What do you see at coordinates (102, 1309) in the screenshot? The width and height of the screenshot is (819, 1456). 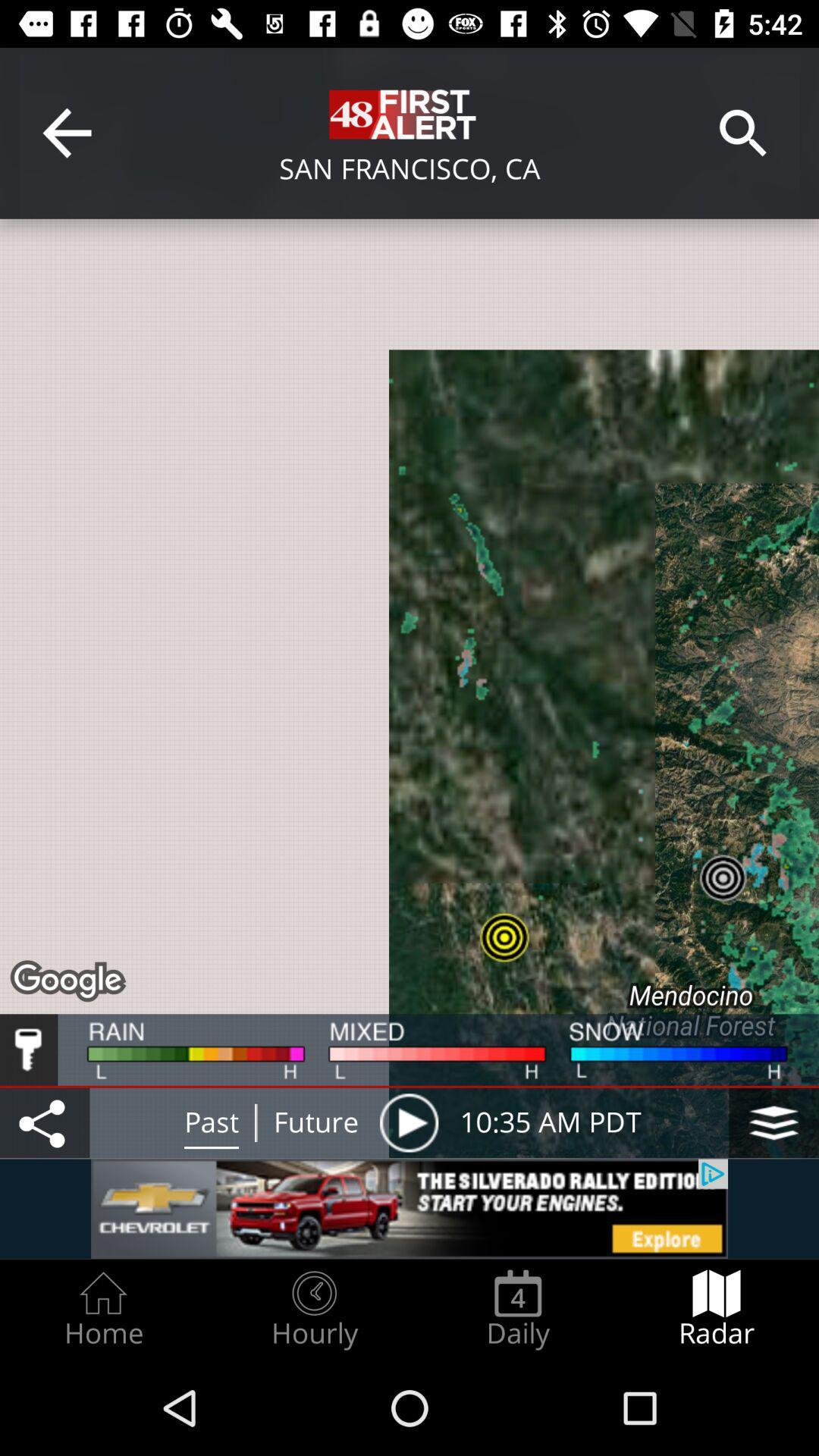 I see `the home` at bounding box center [102, 1309].